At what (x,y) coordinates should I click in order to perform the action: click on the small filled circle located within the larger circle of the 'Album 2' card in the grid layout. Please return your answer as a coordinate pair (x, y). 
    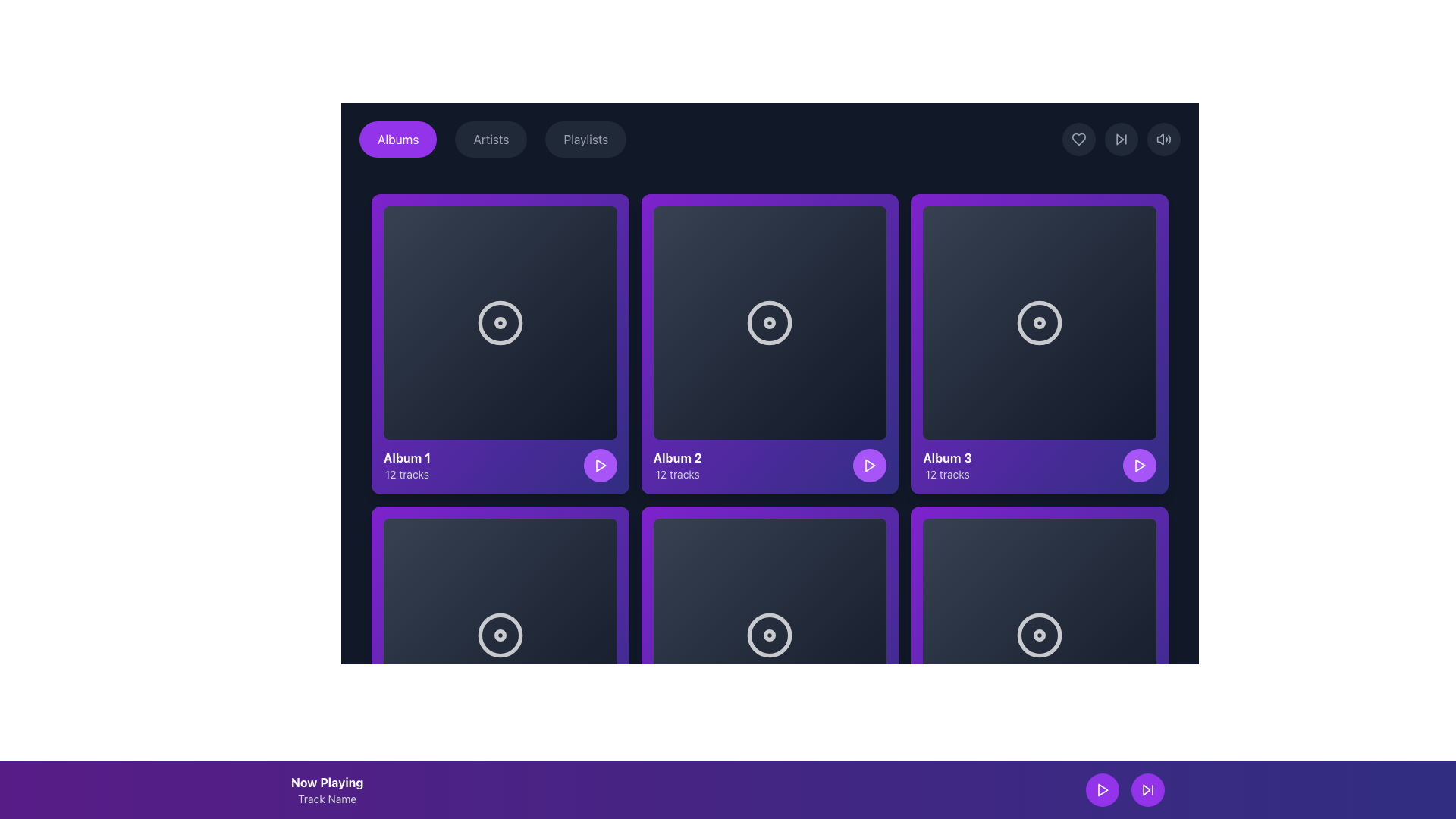
    Looking at the image, I should click on (770, 322).